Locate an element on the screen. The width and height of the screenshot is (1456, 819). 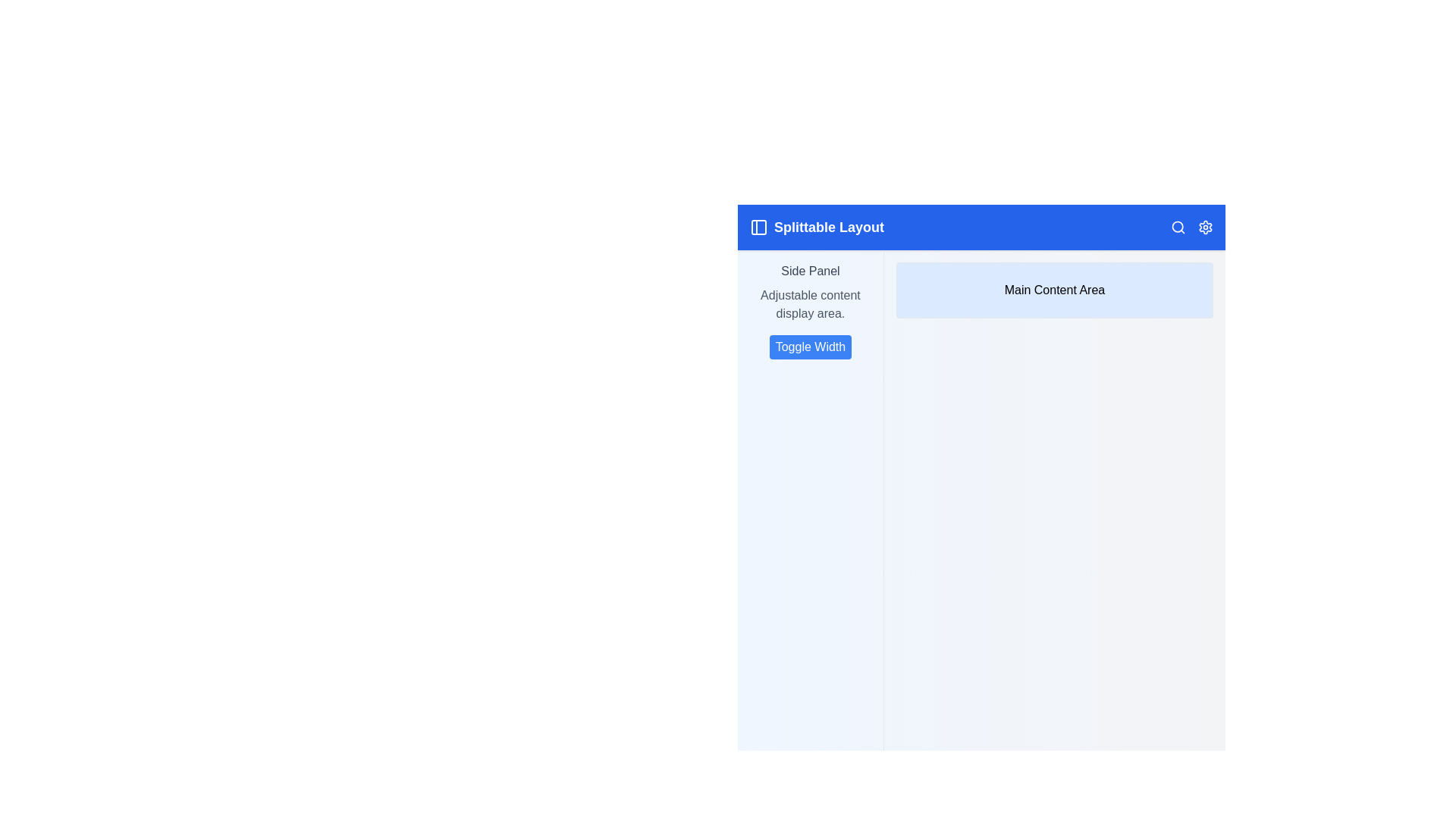
the 'panel left' icon located at the top-left of the blue navigation bar, next to the text 'Splittable Layout' is located at coordinates (759, 227).